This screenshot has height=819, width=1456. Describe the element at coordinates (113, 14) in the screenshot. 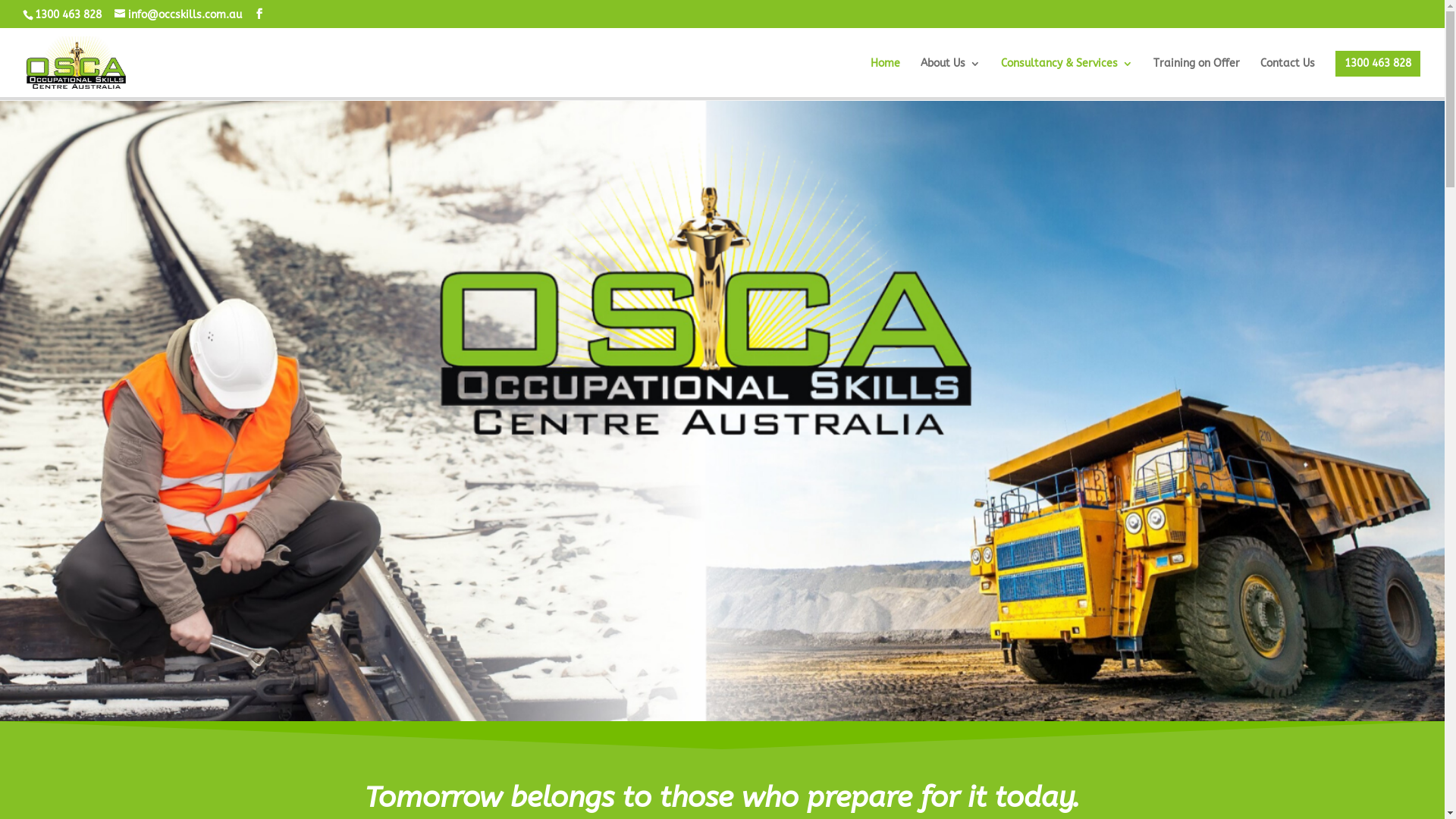

I see `'info@occskills.com.au'` at that location.